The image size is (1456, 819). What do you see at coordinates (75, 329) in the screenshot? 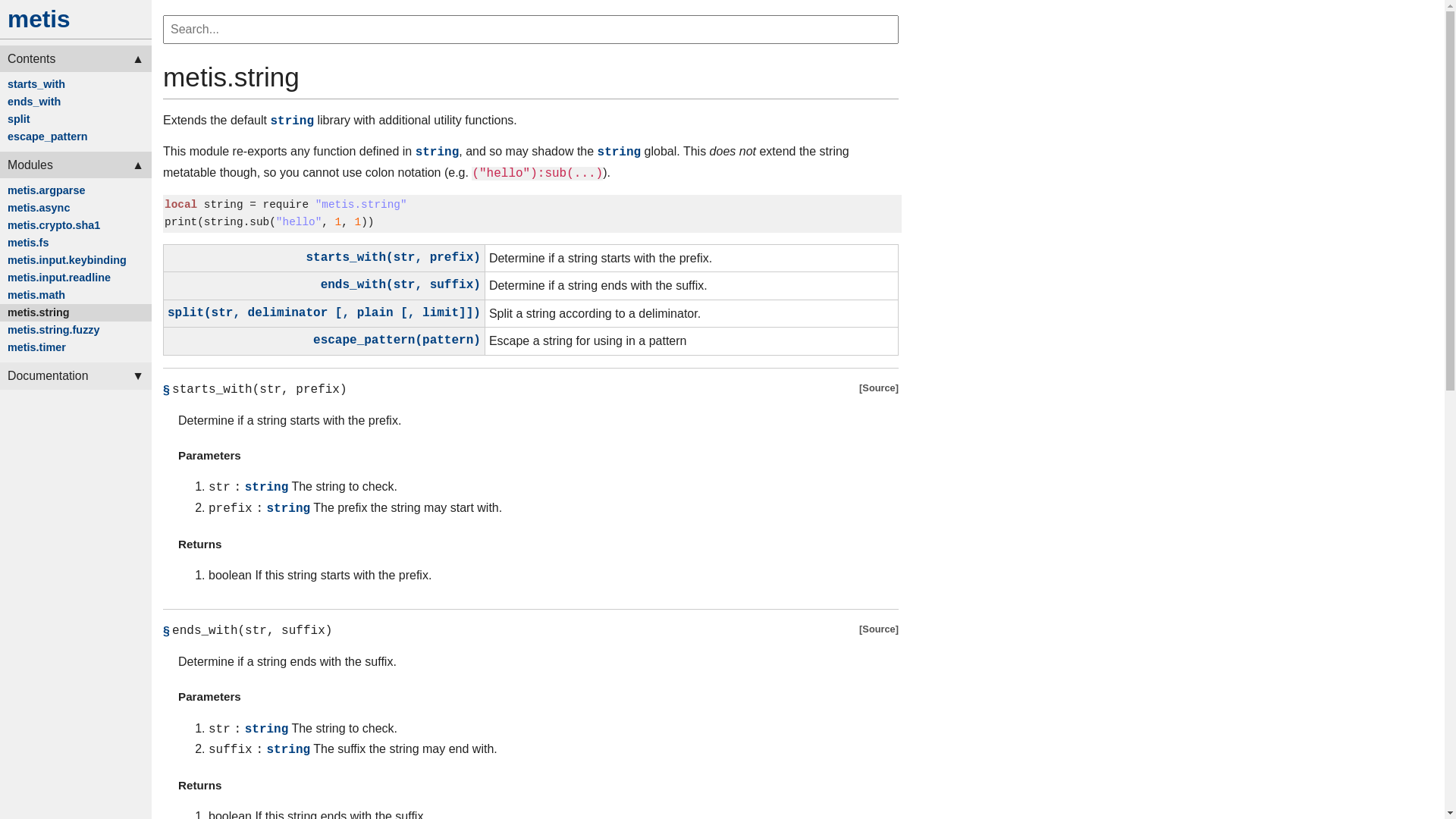
I see `'metis.string.fuzzy'` at bounding box center [75, 329].